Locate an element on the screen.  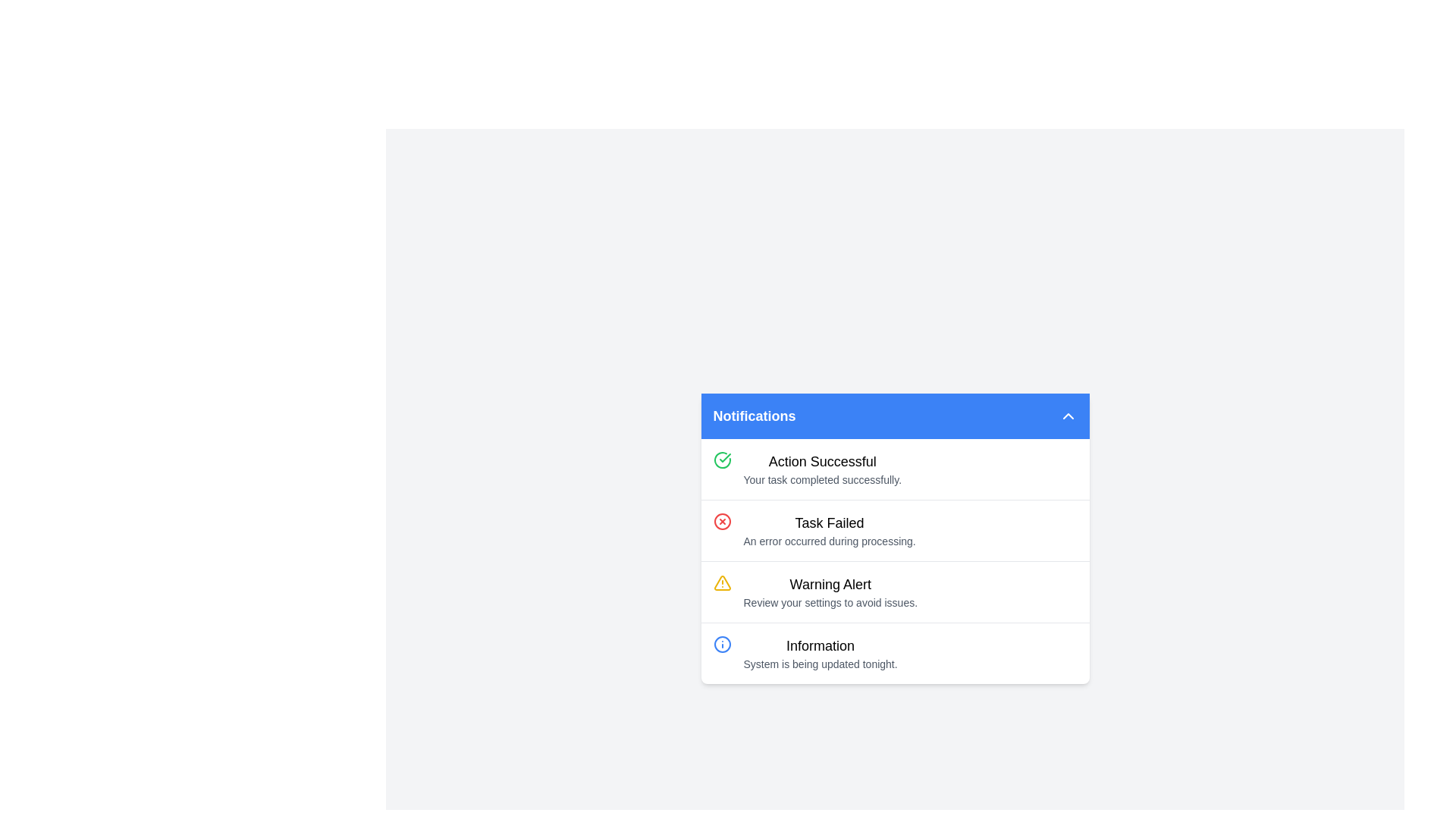
text content of the Text Label located in the second notification card, which summarizes the notification's core message above the descriptive message 'An error occurred during processing.' is located at coordinates (829, 522).